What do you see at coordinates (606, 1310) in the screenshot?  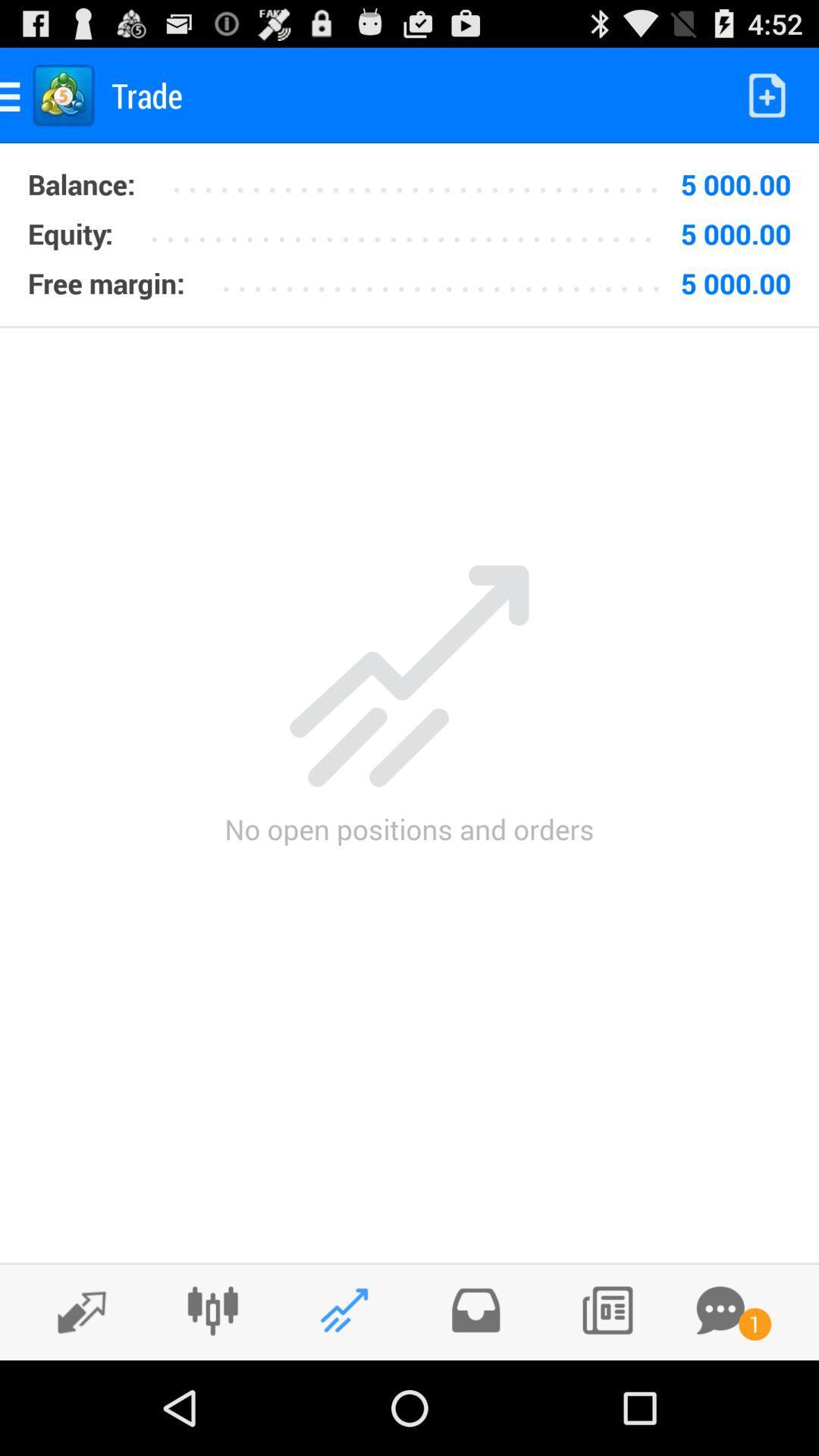 I see `contacts` at bounding box center [606, 1310].